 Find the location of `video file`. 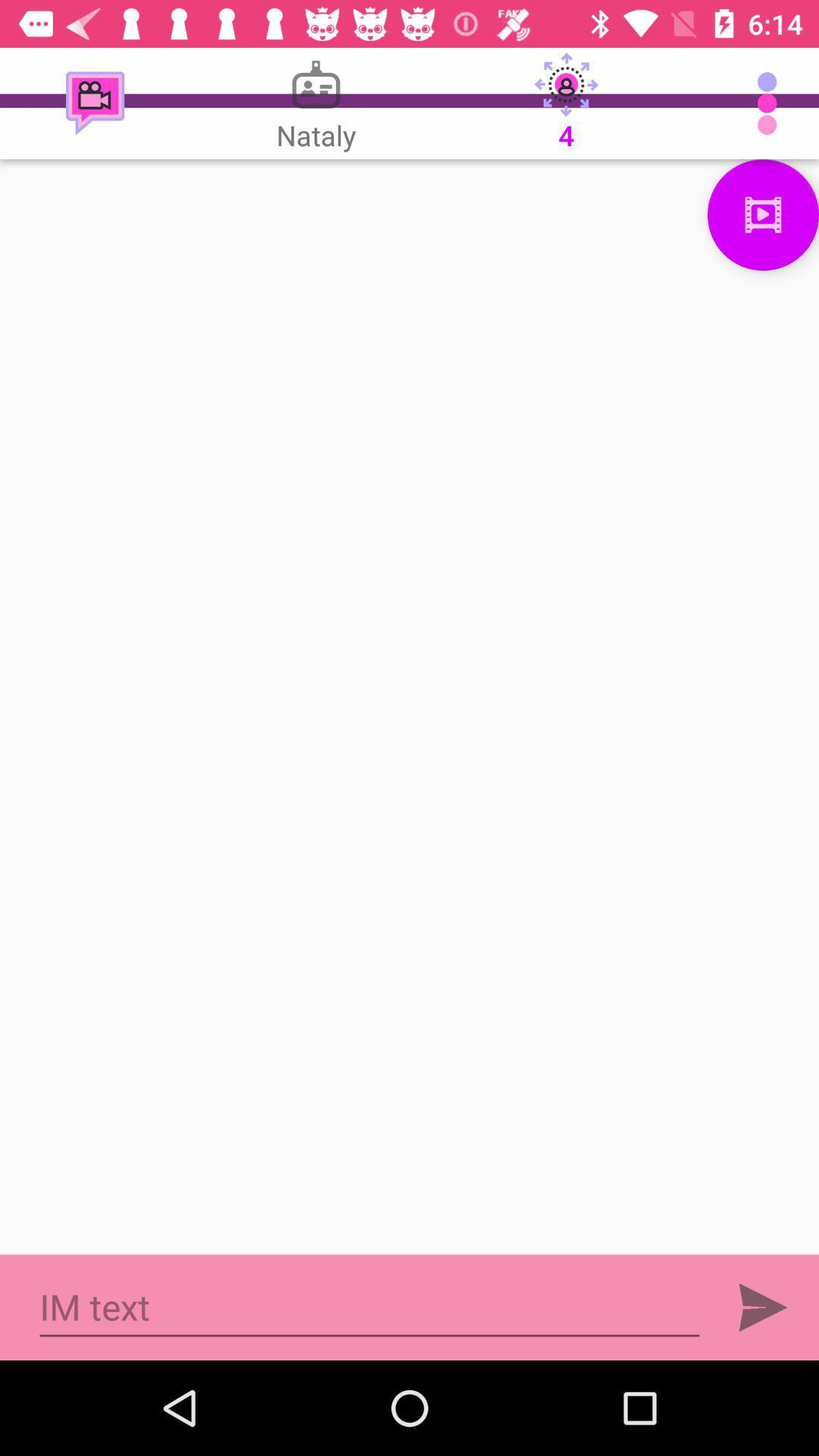

video file is located at coordinates (763, 214).